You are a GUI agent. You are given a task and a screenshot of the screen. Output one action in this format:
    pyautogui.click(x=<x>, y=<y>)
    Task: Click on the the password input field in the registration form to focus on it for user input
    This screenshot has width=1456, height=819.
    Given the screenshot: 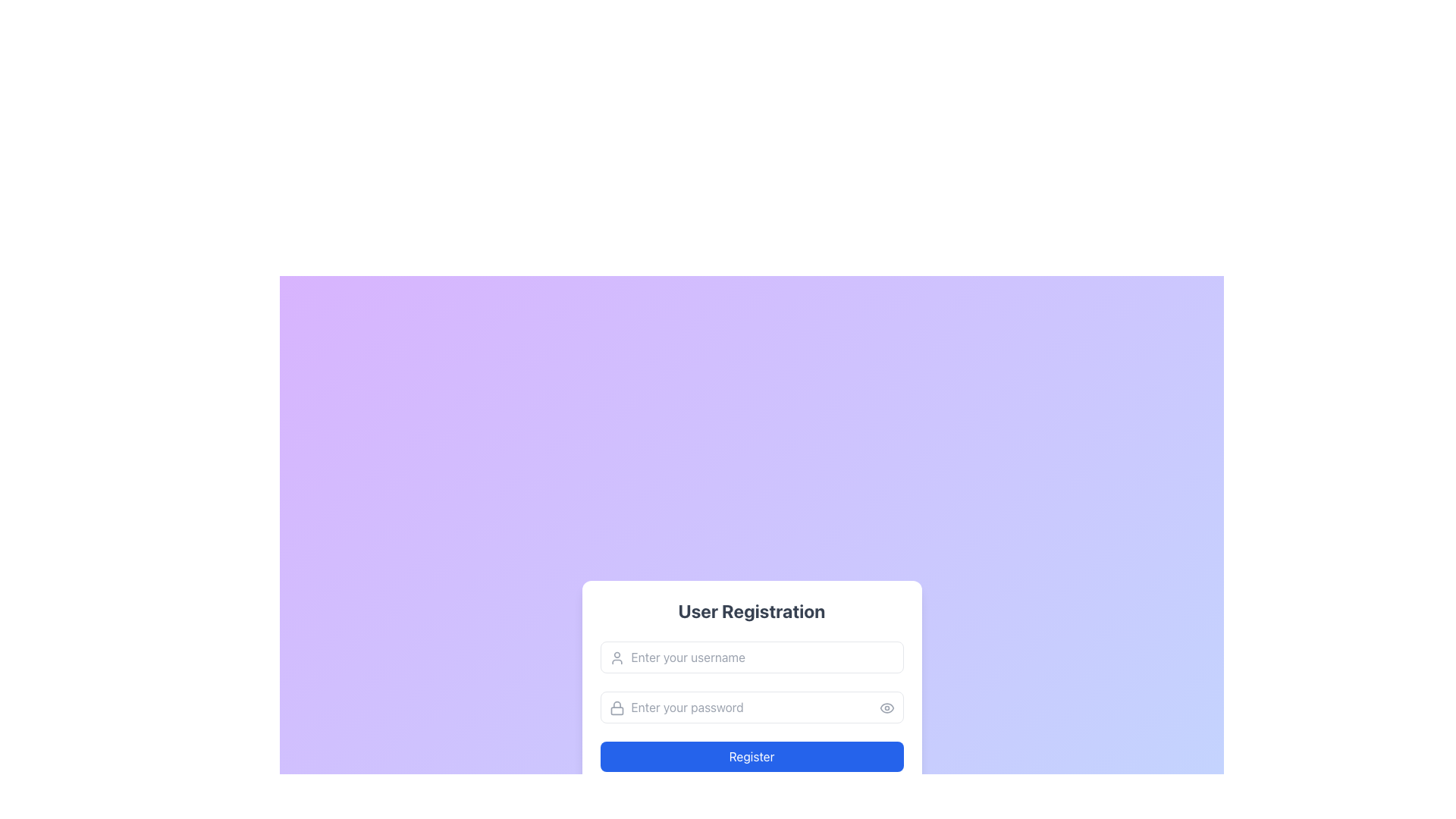 What is the action you would take?
    pyautogui.click(x=752, y=708)
    